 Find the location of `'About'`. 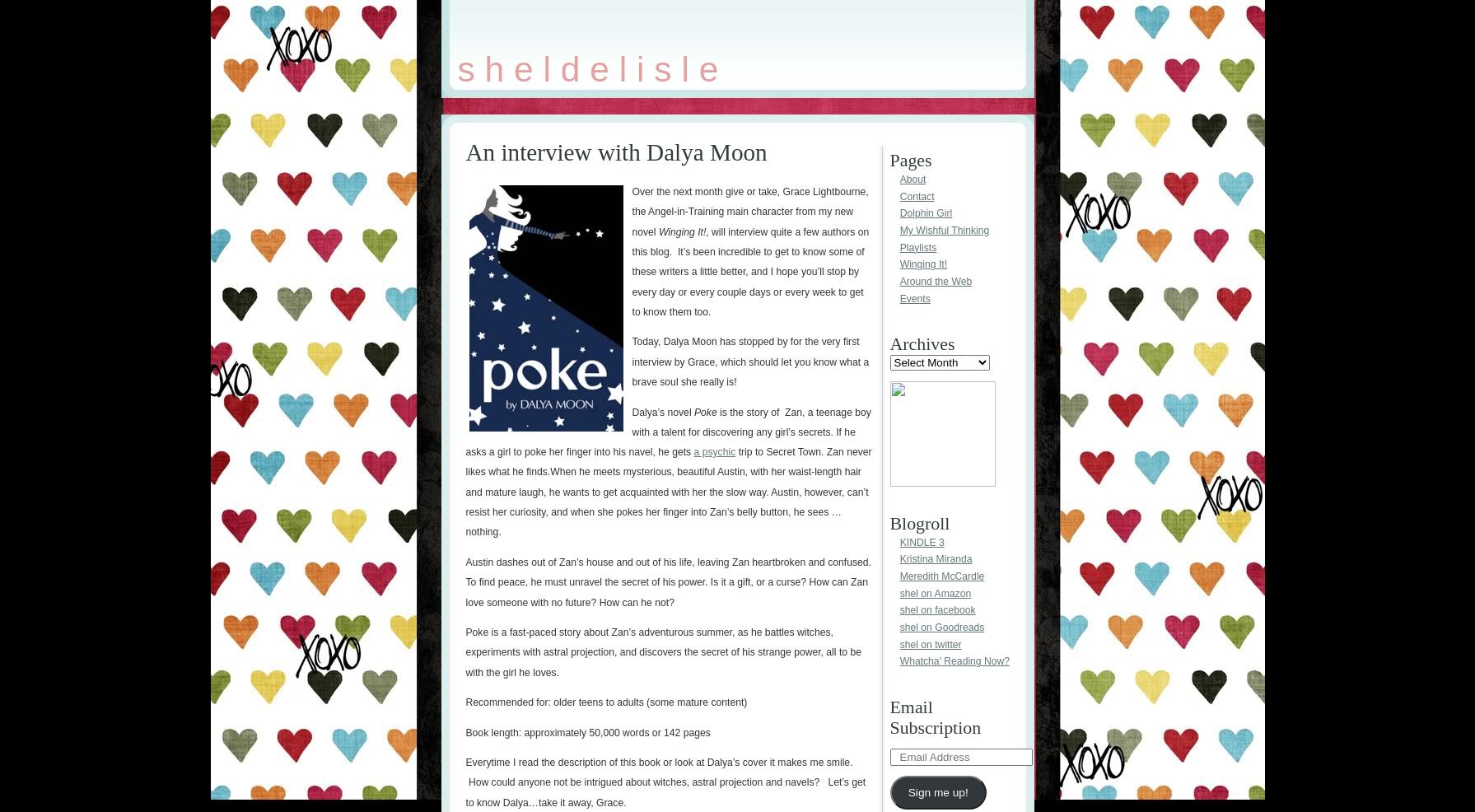

'About' is located at coordinates (898, 179).